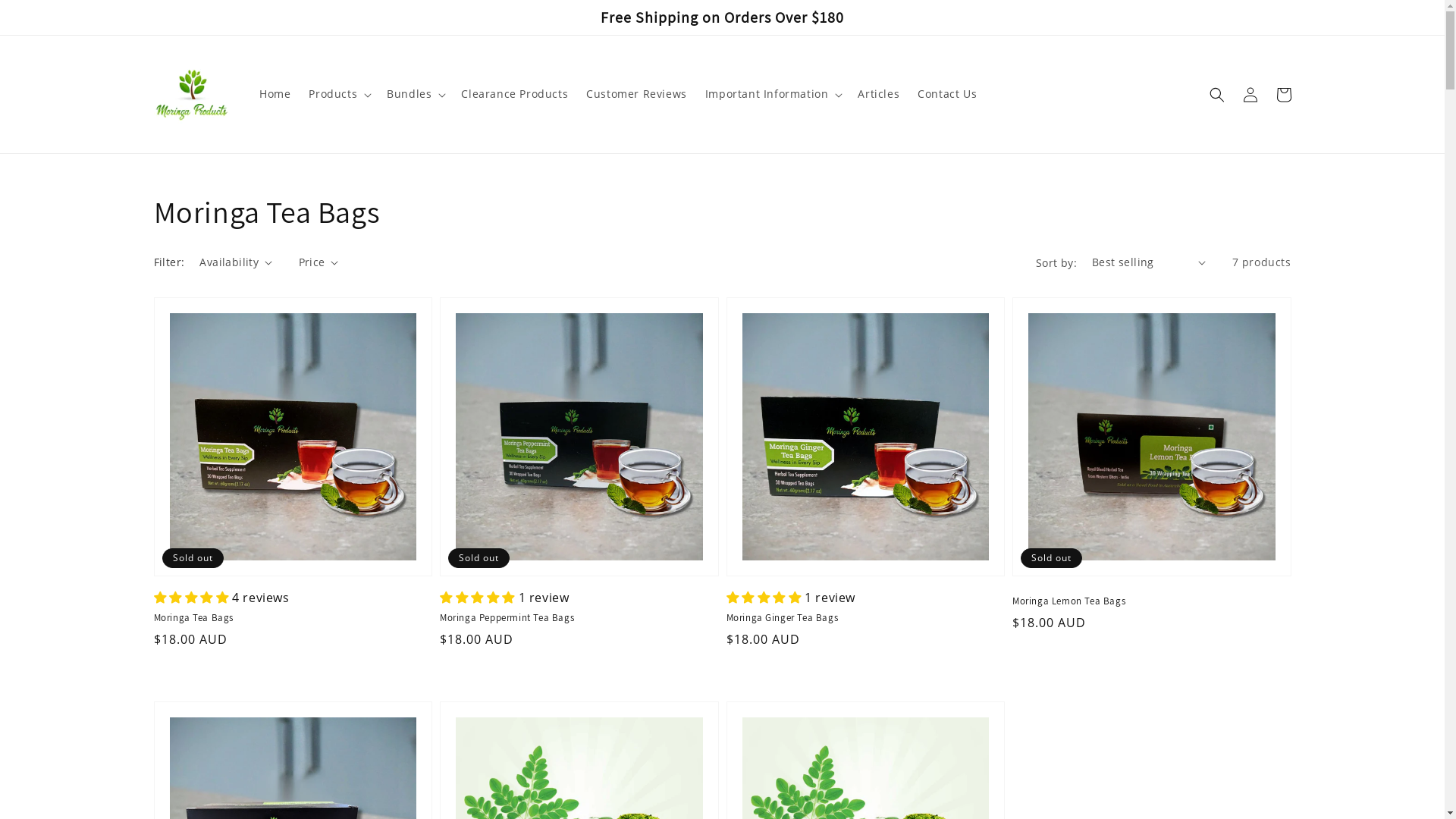 The width and height of the screenshot is (1456, 819). I want to click on 'Cart', so click(1266, 93).